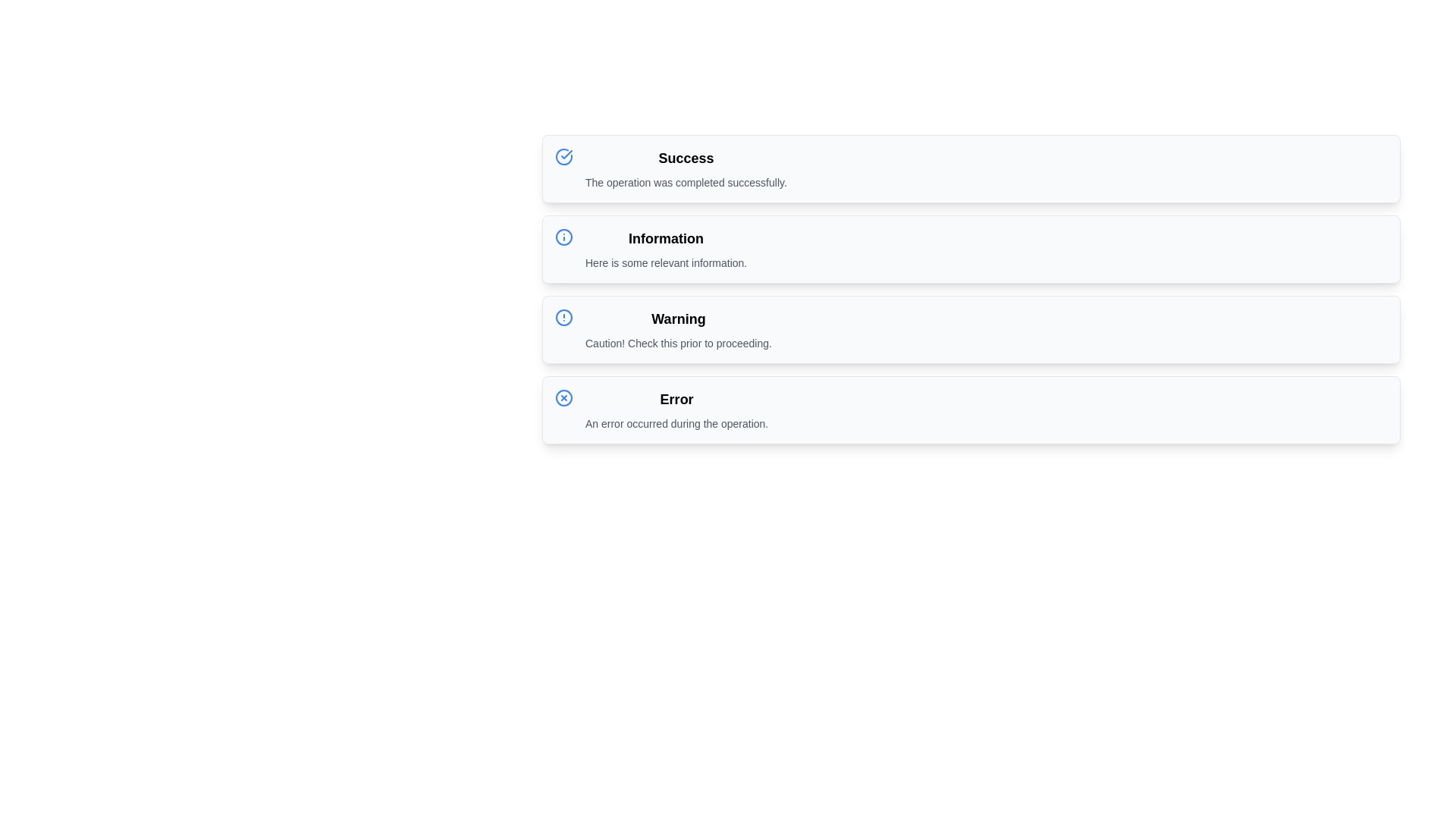 Image resolution: width=1456 pixels, height=819 pixels. Describe the element at coordinates (971, 329) in the screenshot. I see `the warning notification card located as the third block in a vertically-stacked list of notifications, positioned between the 'Information' and 'Error' blocks` at that location.